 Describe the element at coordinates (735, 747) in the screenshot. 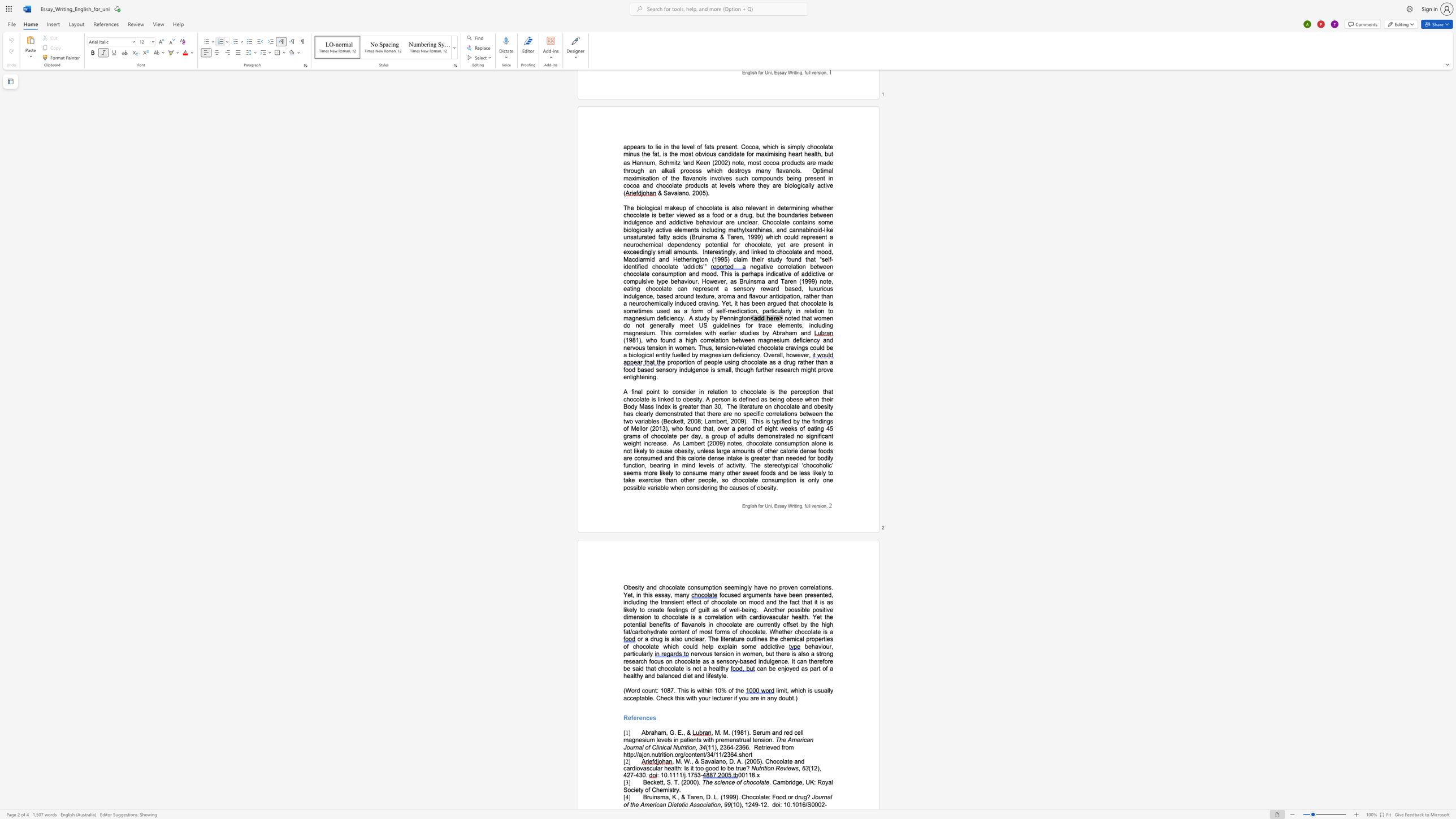

I see `the space between the continuous character "-" and "2" in the text` at that location.